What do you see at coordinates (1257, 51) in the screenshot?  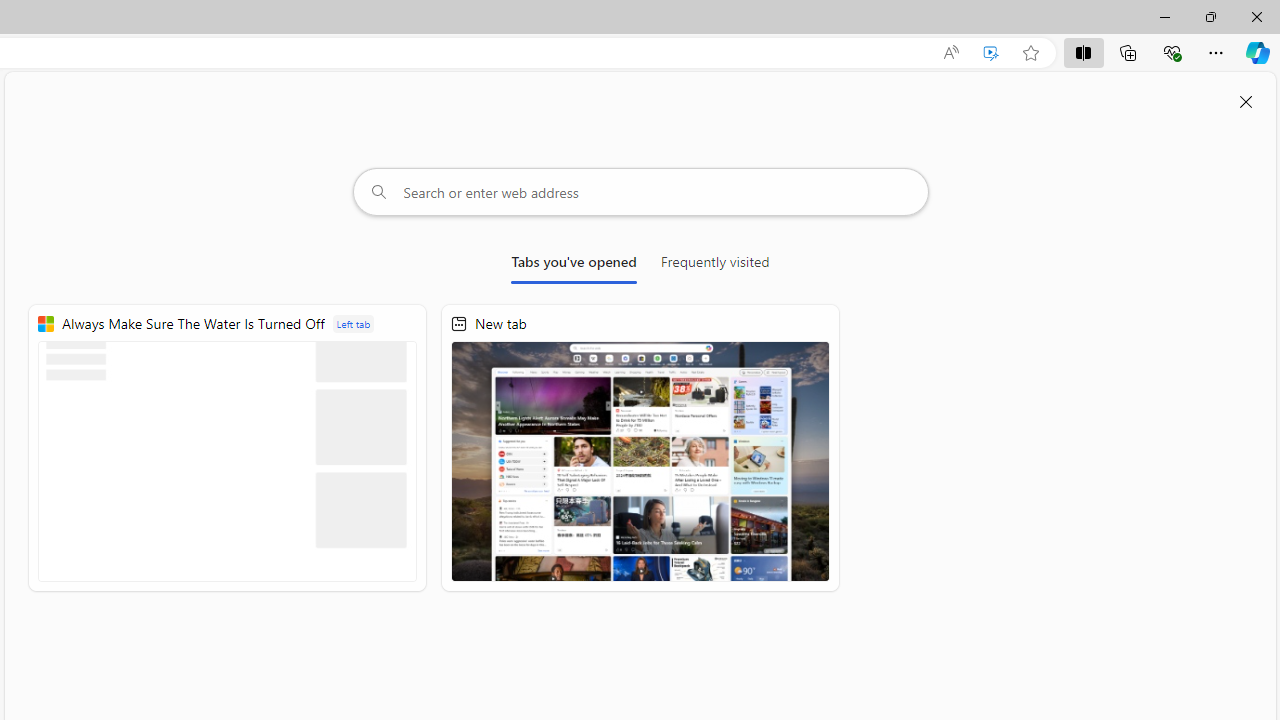 I see `'Copilot (Ctrl+Shift+.)'` at bounding box center [1257, 51].